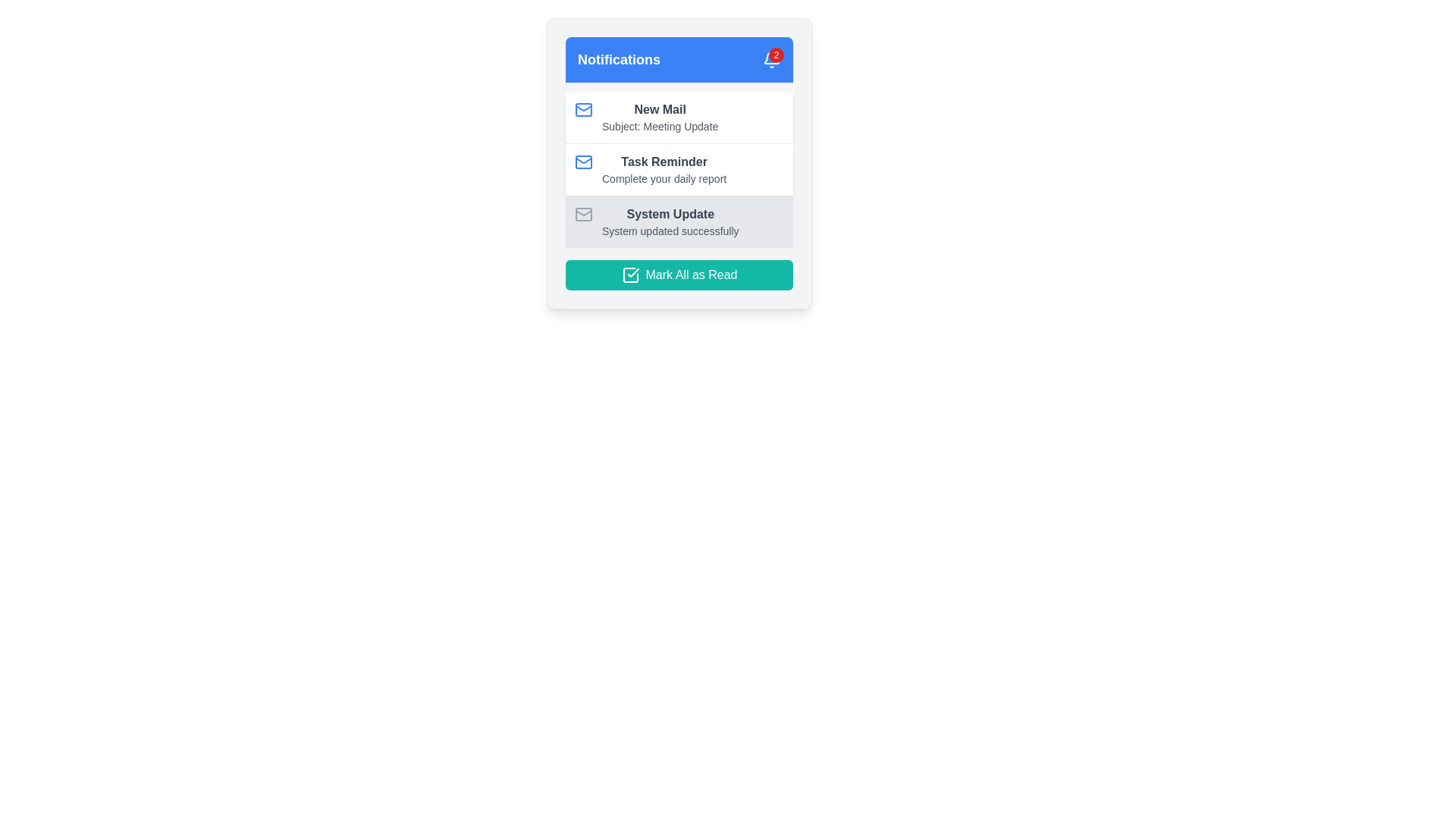  Describe the element at coordinates (582, 214) in the screenshot. I see `the email or messaging SVG icon associated with the 'System Update' notification` at that location.